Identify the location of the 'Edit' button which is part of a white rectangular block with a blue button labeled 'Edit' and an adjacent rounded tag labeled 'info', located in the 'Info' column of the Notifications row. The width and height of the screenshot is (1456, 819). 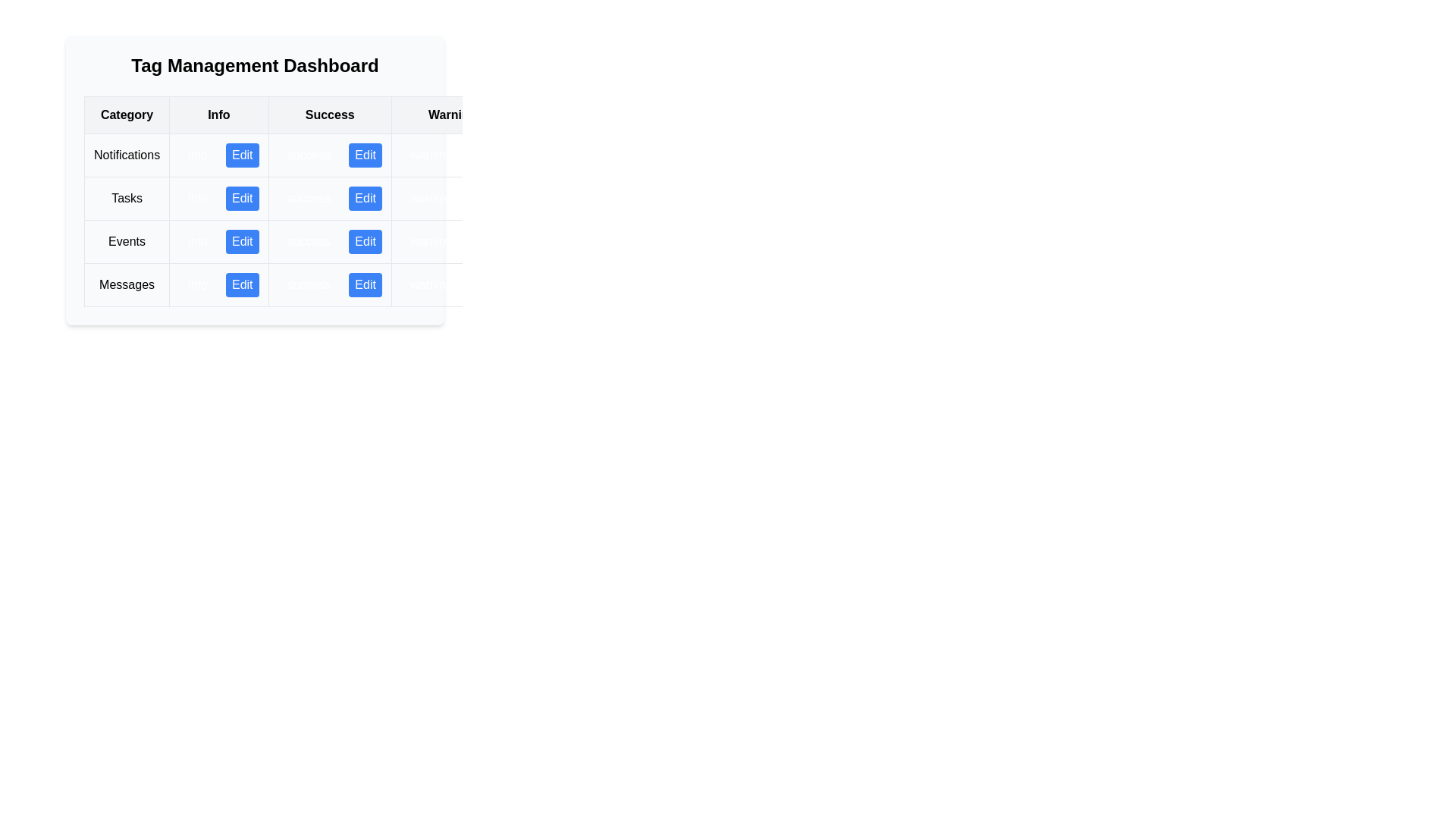
(218, 155).